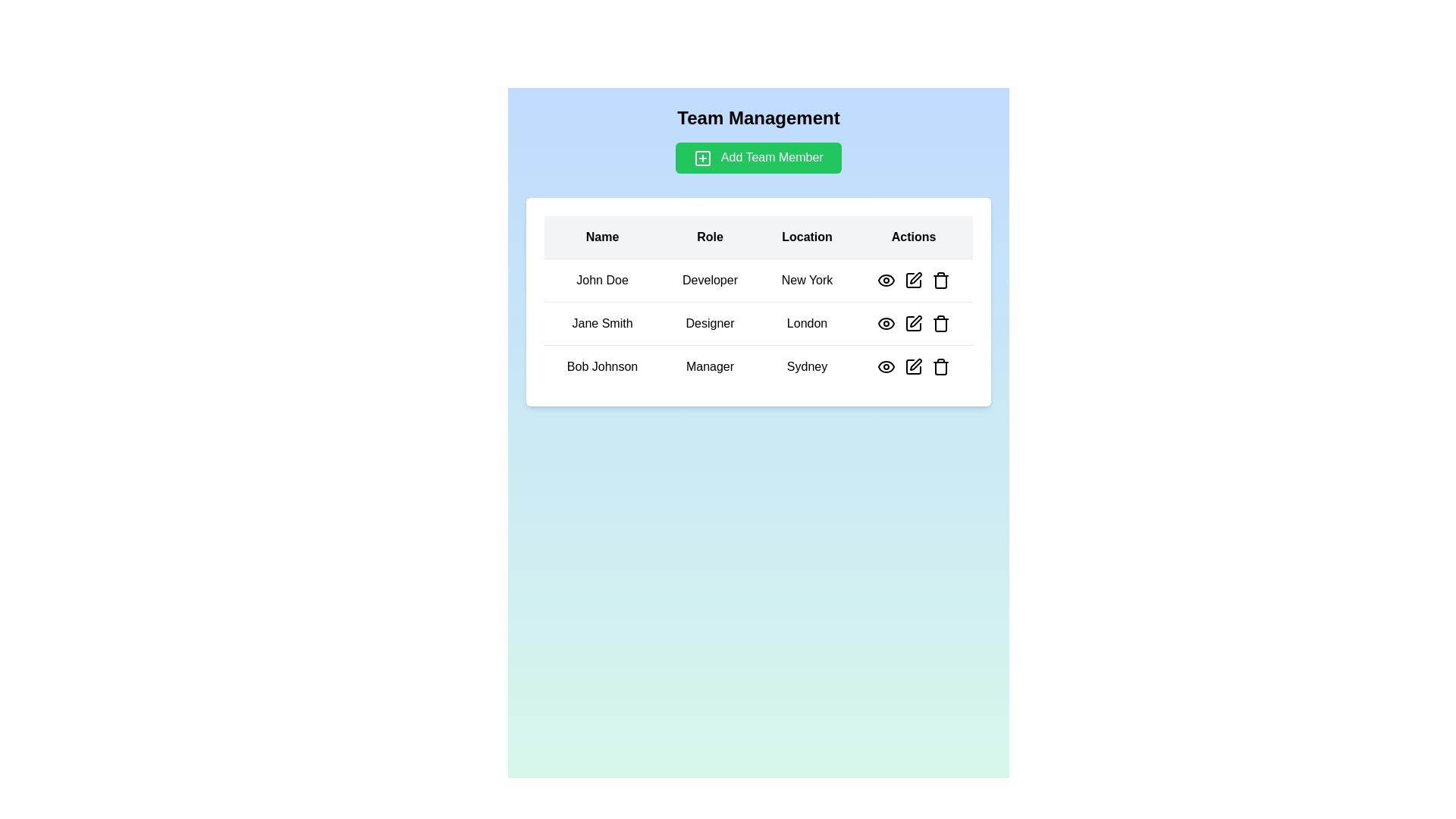 The width and height of the screenshot is (1456, 819). What do you see at coordinates (601, 280) in the screenshot?
I see `the text label displaying 'John Doe', which is the first column entry of the first row under the header 'Name' in the table` at bounding box center [601, 280].